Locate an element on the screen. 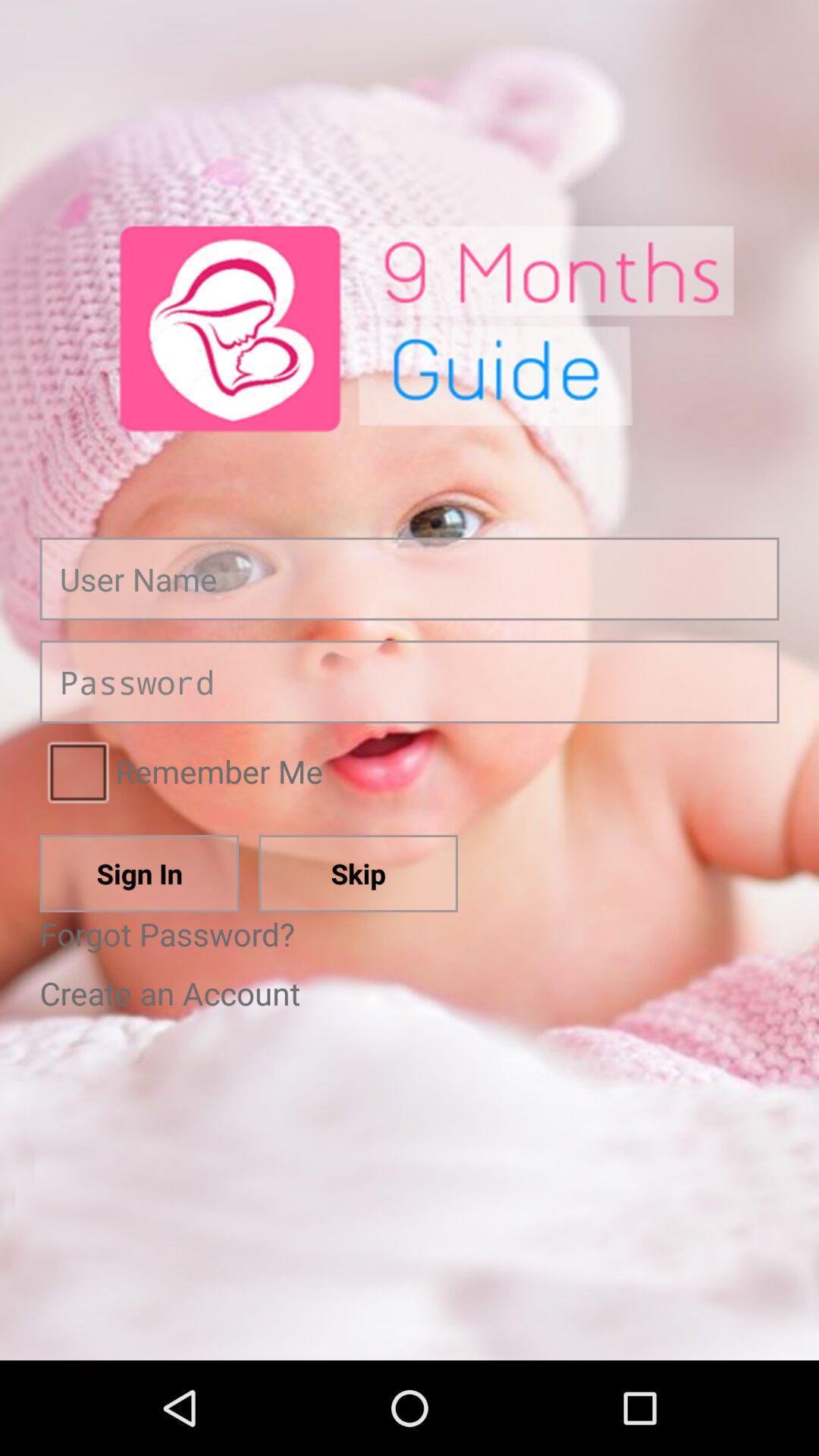 The image size is (819, 1456). password to given is located at coordinates (409, 681).